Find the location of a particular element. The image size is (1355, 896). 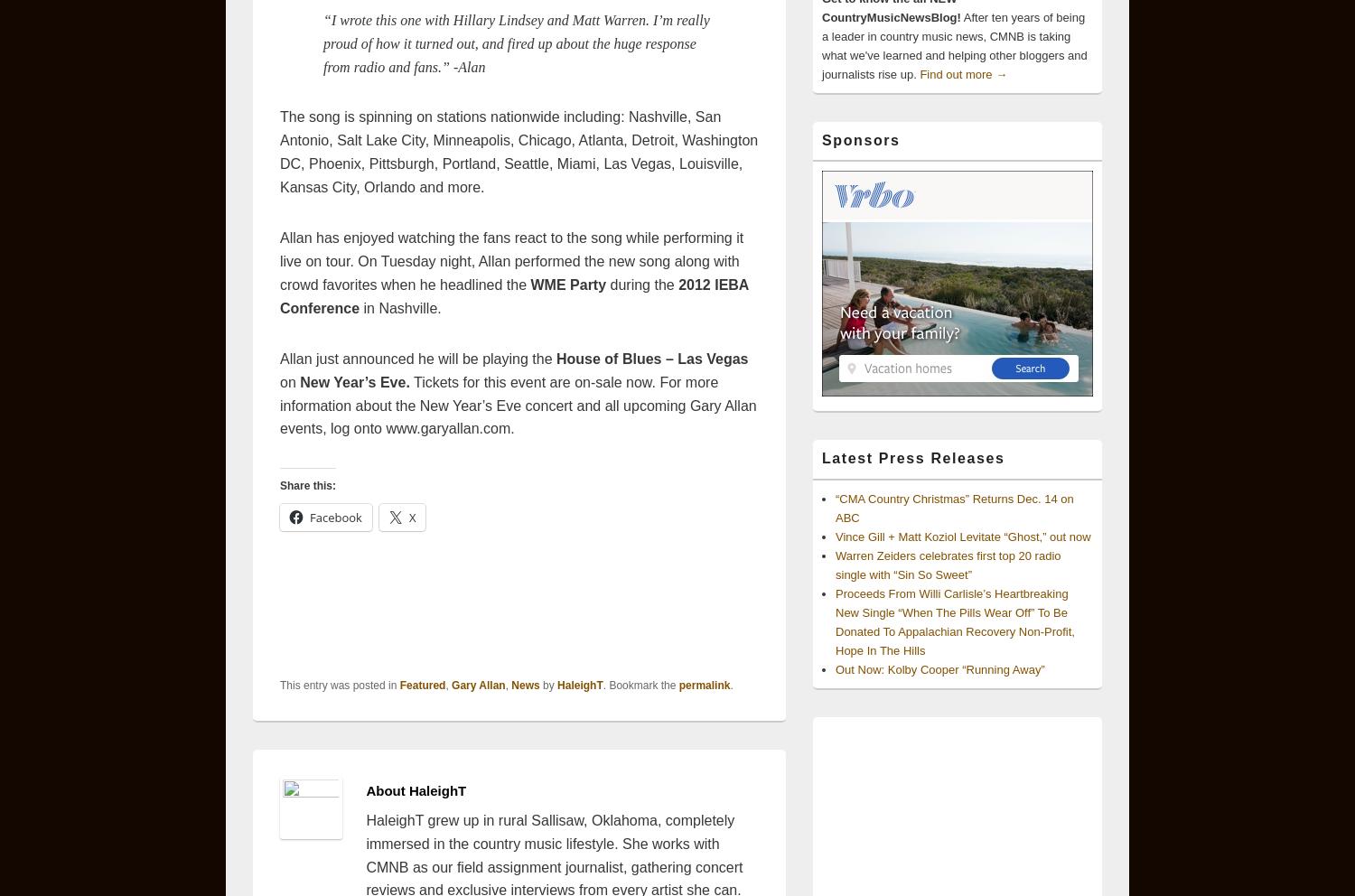

'News' is located at coordinates (509, 683).